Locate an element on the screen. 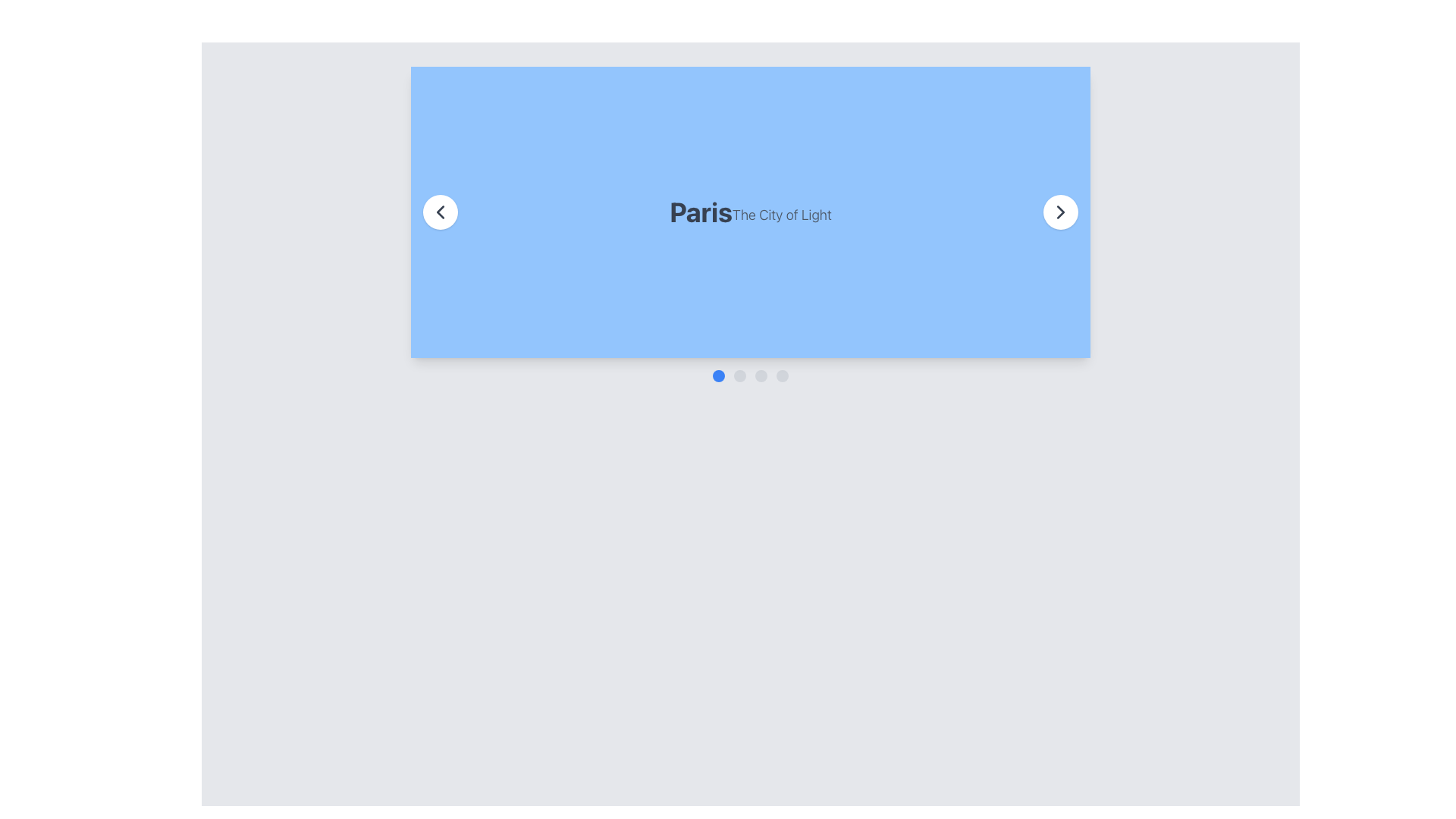 The height and width of the screenshot is (819, 1456). the third circular indicator in the sequence of four, located near the bottom center of the interface, which has a light gray background is located at coordinates (761, 375).